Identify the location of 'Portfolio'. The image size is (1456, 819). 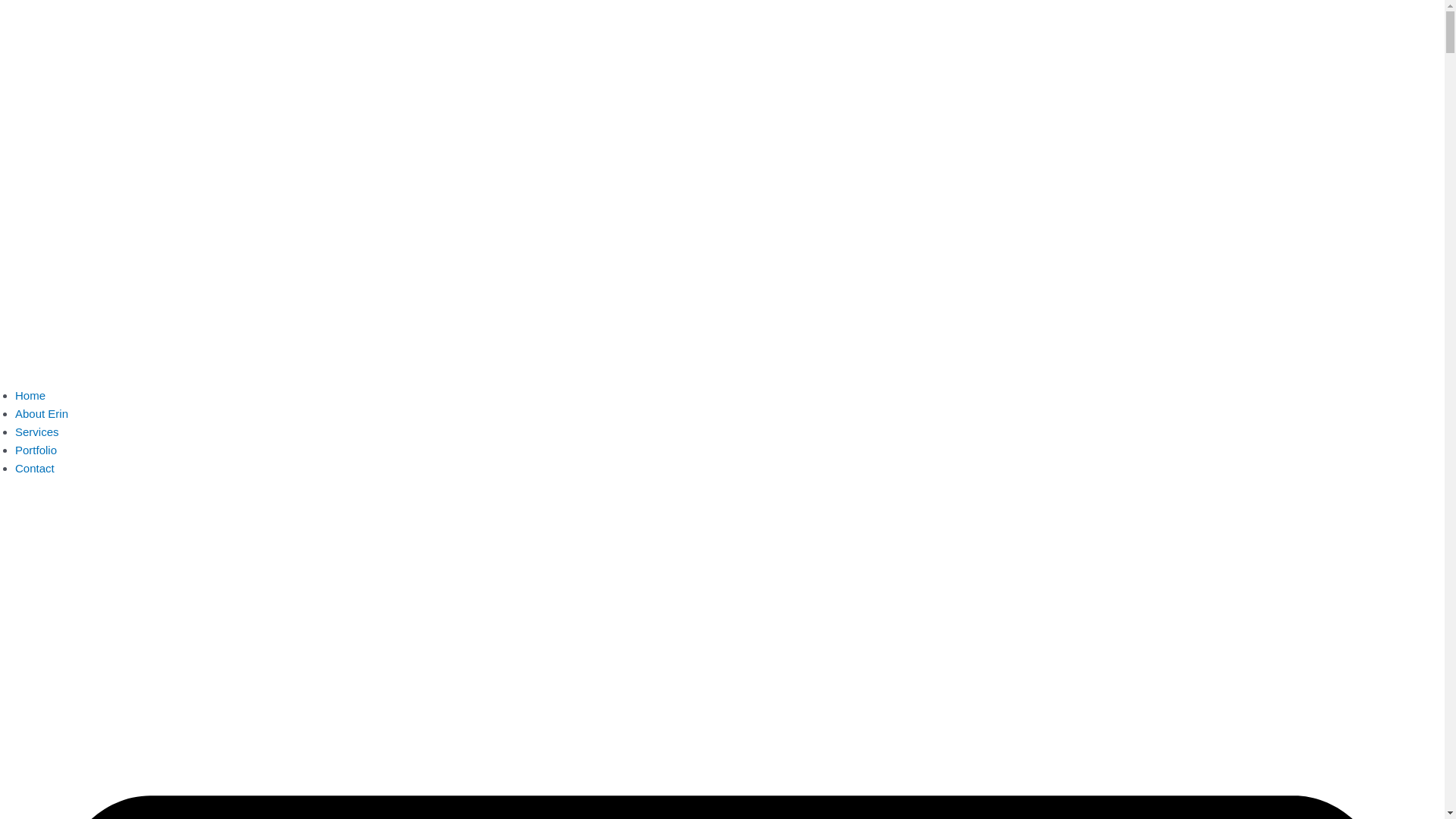
(36, 449).